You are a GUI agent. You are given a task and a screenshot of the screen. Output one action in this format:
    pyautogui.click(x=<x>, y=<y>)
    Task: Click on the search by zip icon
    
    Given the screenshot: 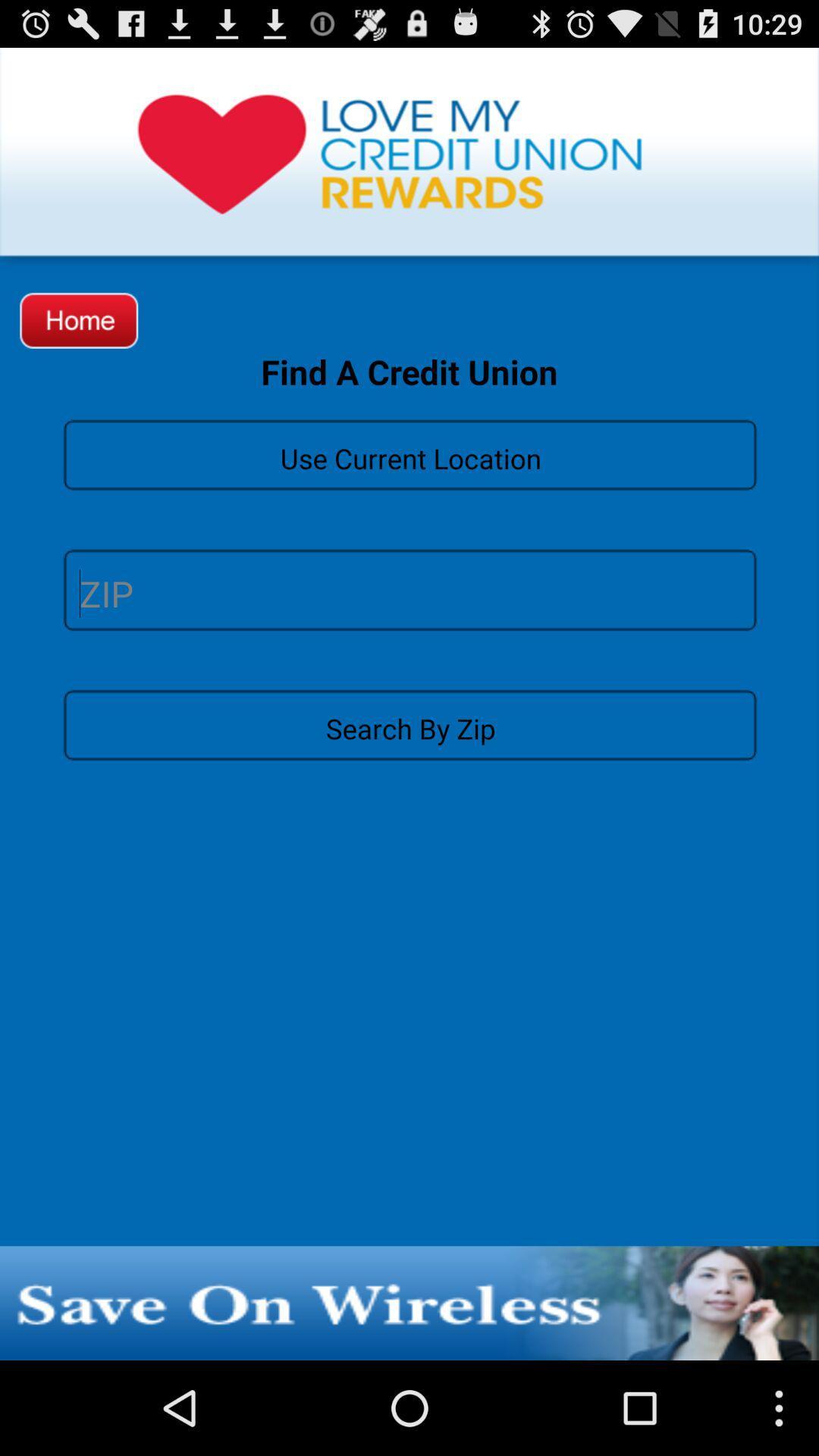 What is the action you would take?
    pyautogui.click(x=409, y=723)
    